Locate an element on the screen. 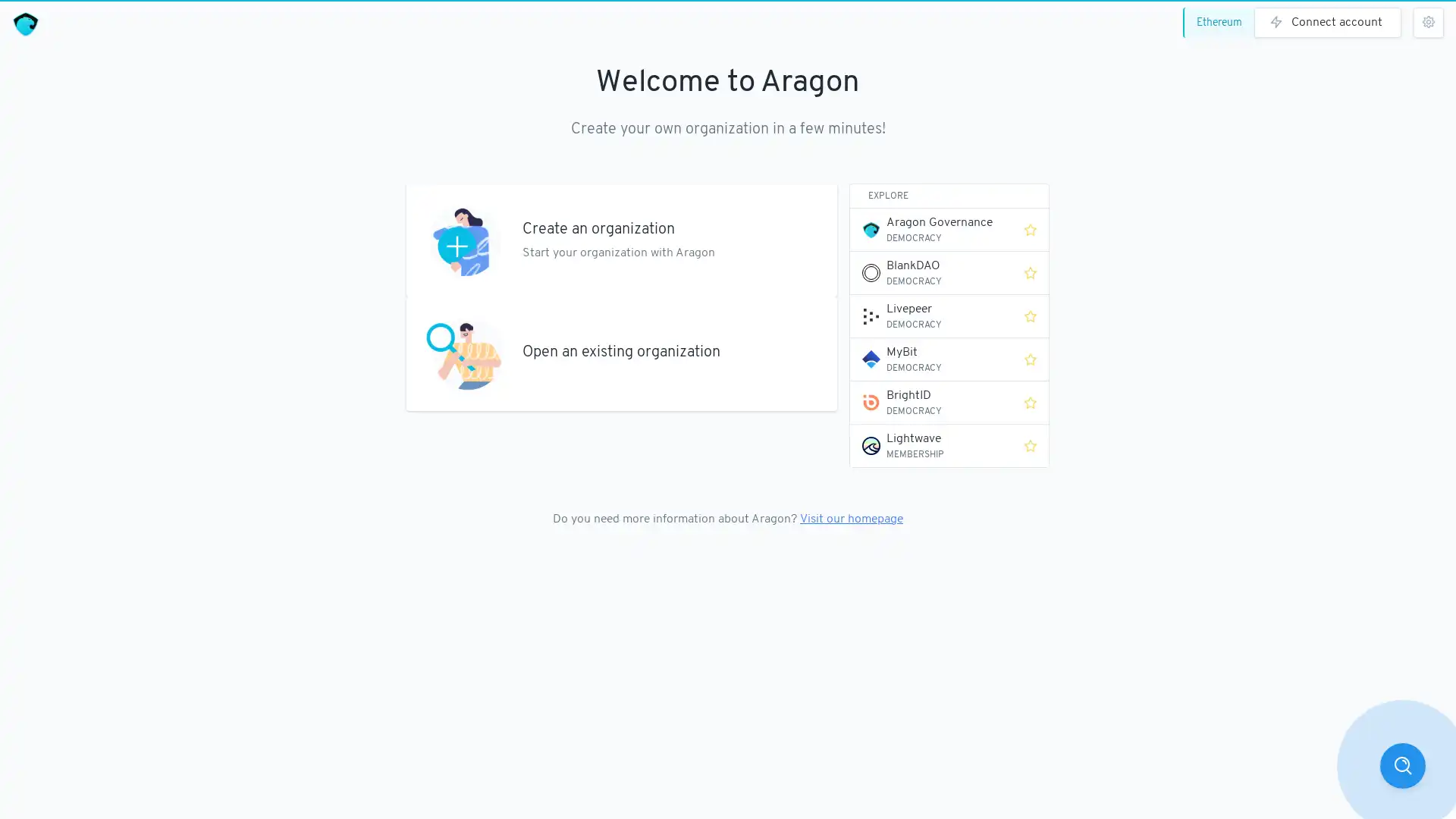 The height and width of the screenshot is (819, 1456). Open an existing organization is located at coordinates (622, 353).